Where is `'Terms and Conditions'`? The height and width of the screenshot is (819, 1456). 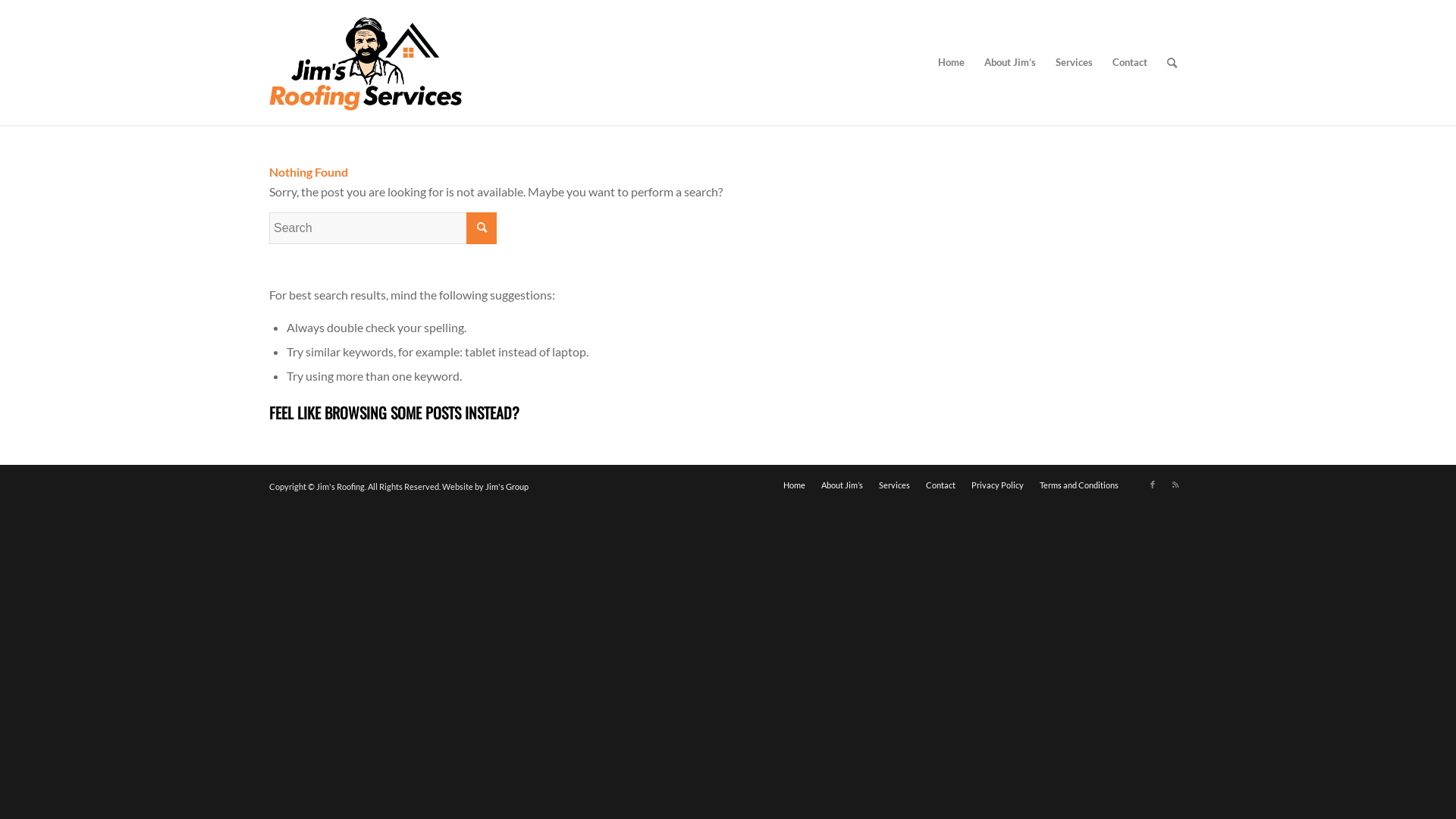
'Terms and Conditions' is located at coordinates (1078, 485).